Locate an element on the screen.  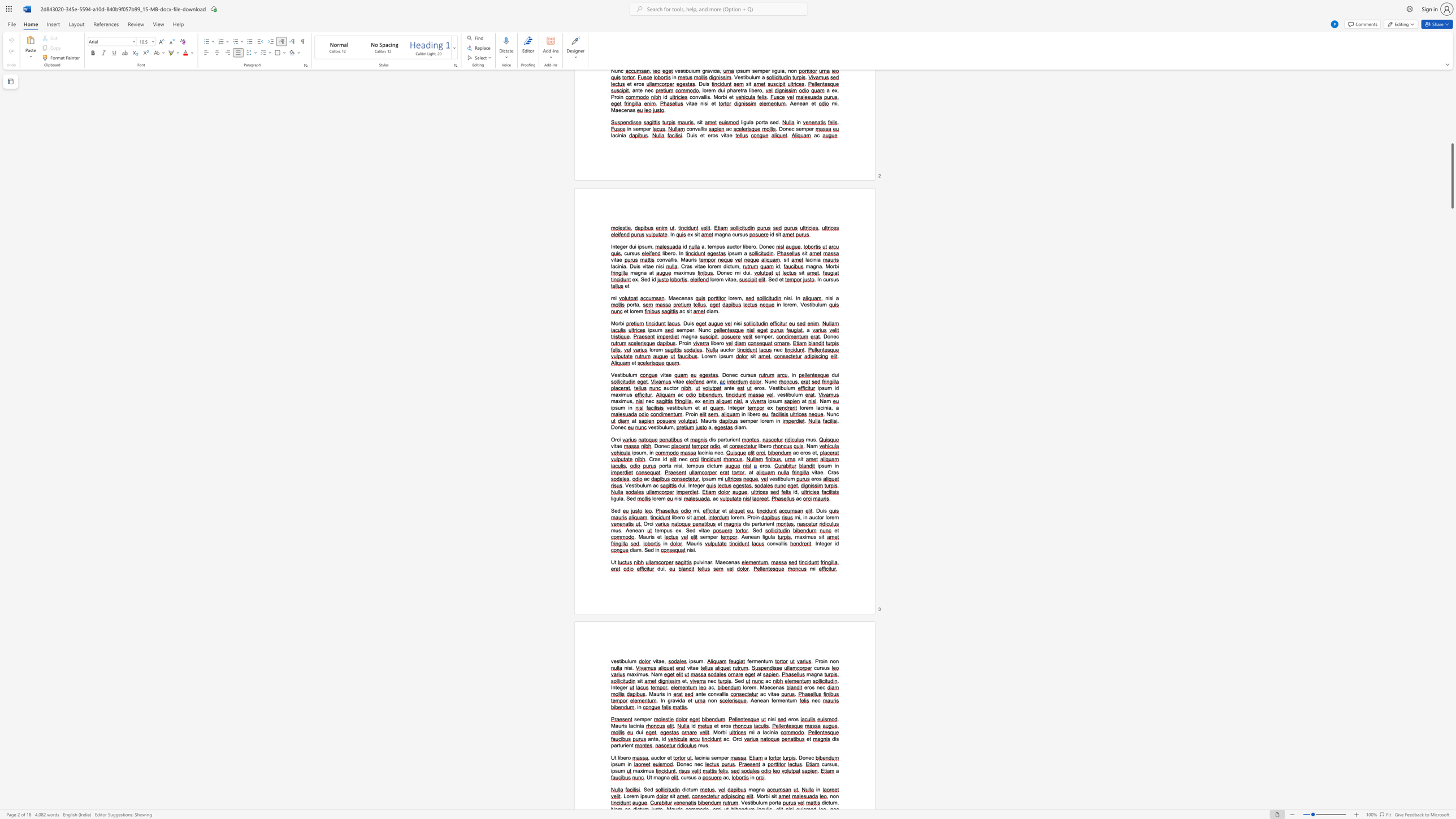
the space between the continuous character "m" and "i" in the text is located at coordinates (721, 479).